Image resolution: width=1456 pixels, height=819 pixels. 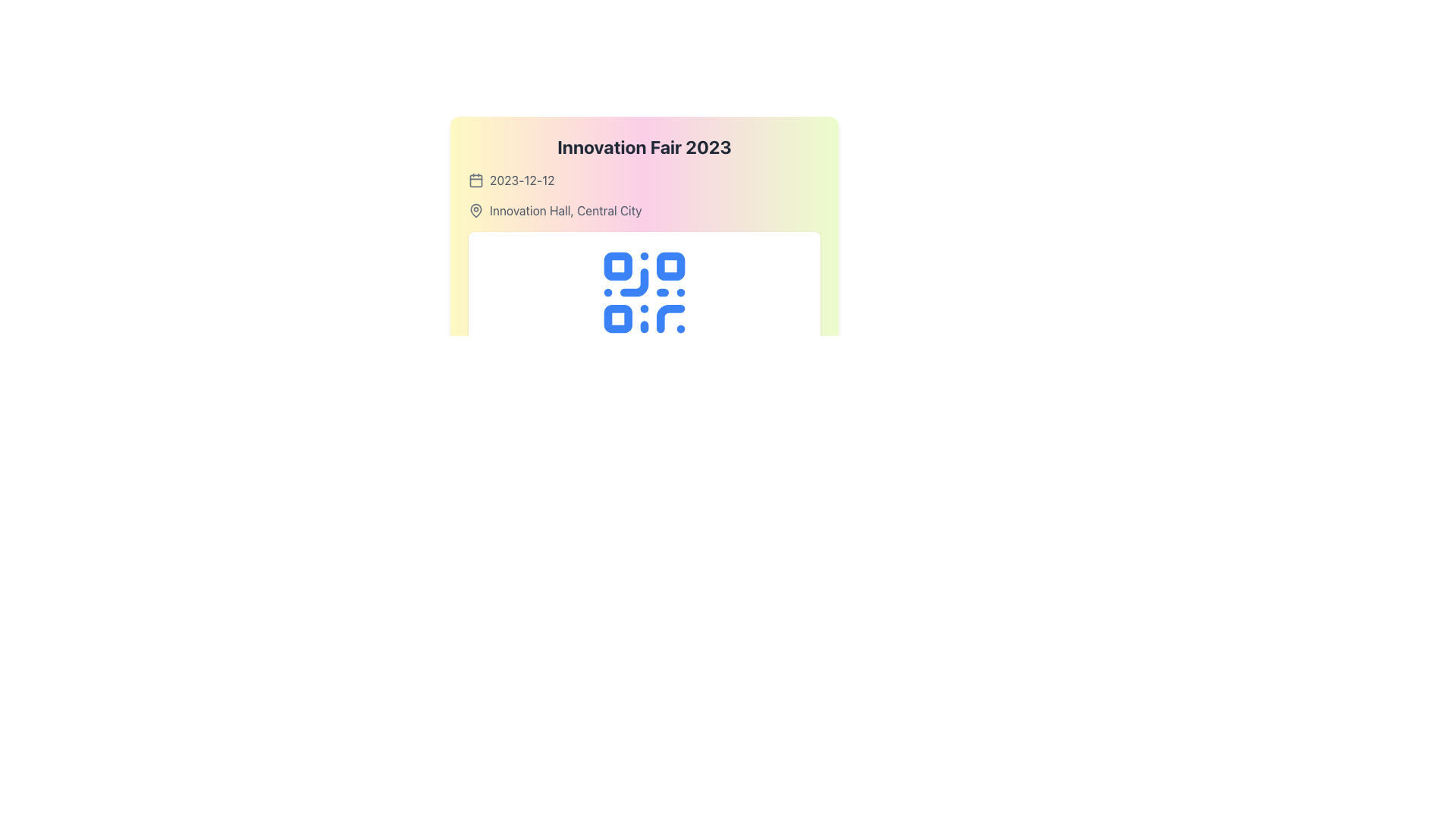 What do you see at coordinates (618, 318) in the screenshot?
I see `the square blue icon located at the bottom-left part of the QR code representation, which is the third square in the QR code grid` at bounding box center [618, 318].